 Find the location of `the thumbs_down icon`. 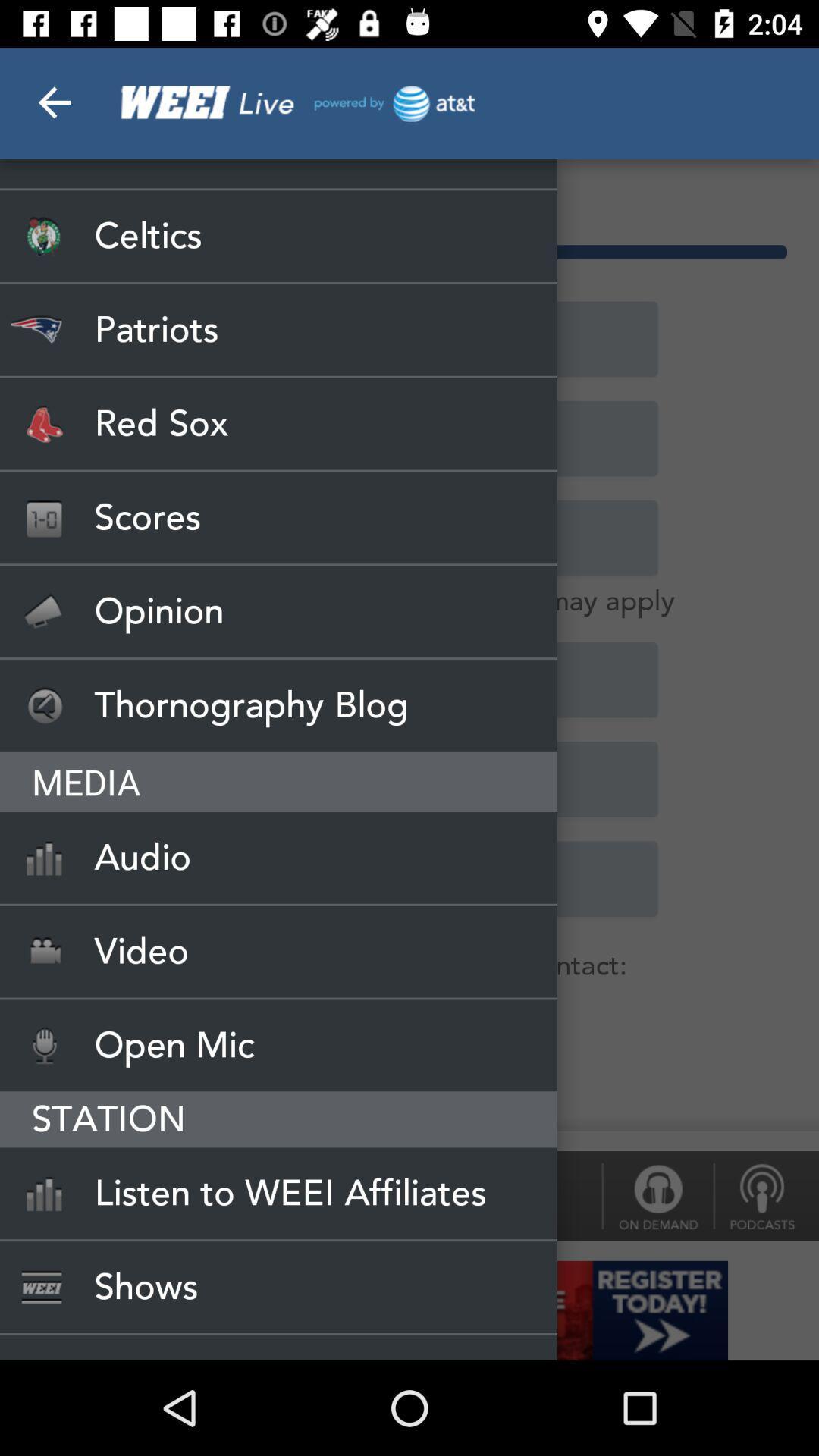

the thumbs_down icon is located at coordinates (766, 1195).